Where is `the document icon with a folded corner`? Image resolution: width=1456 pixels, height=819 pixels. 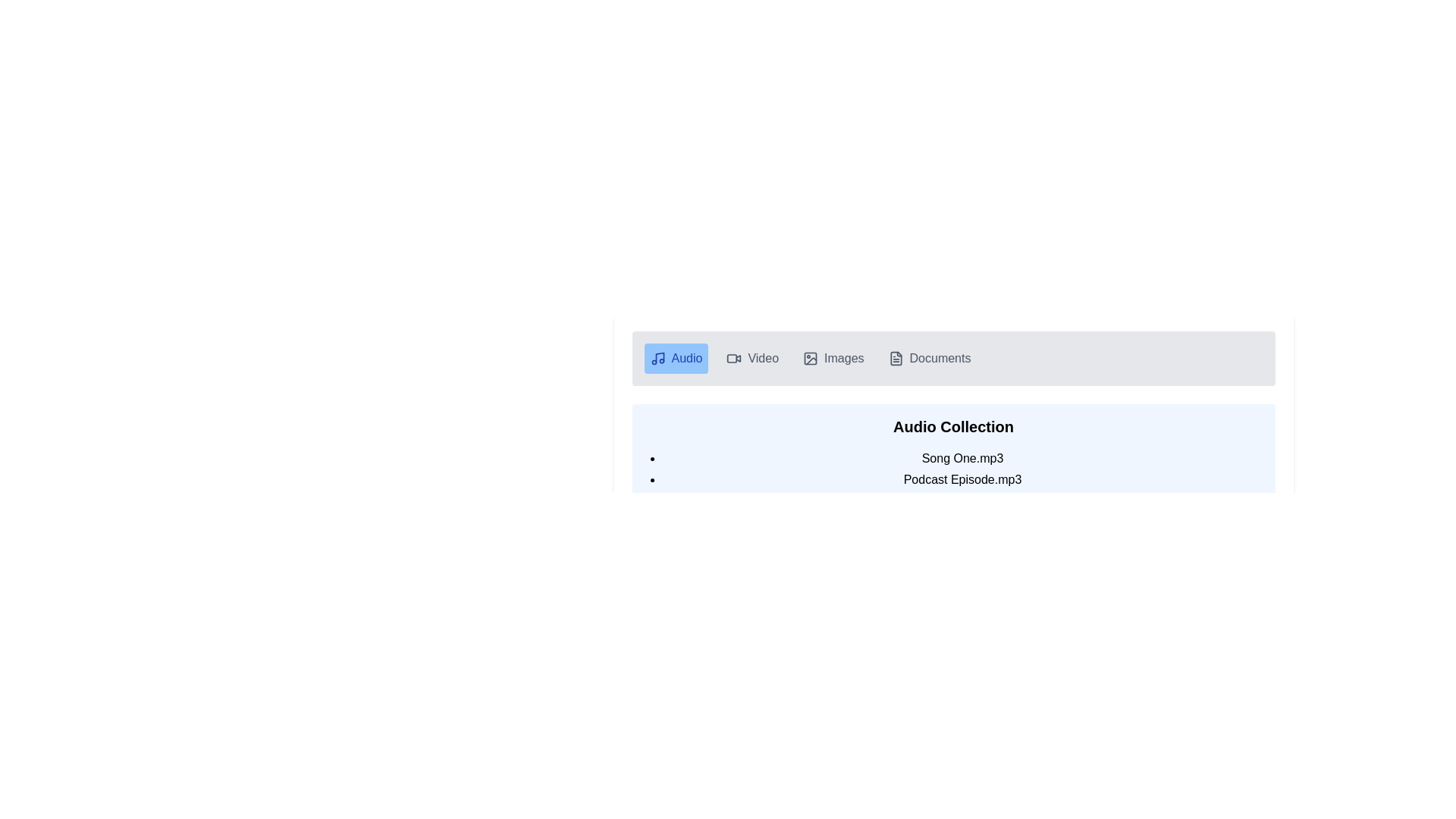
the document icon with a folded corner is located at coordinates (896, 359).